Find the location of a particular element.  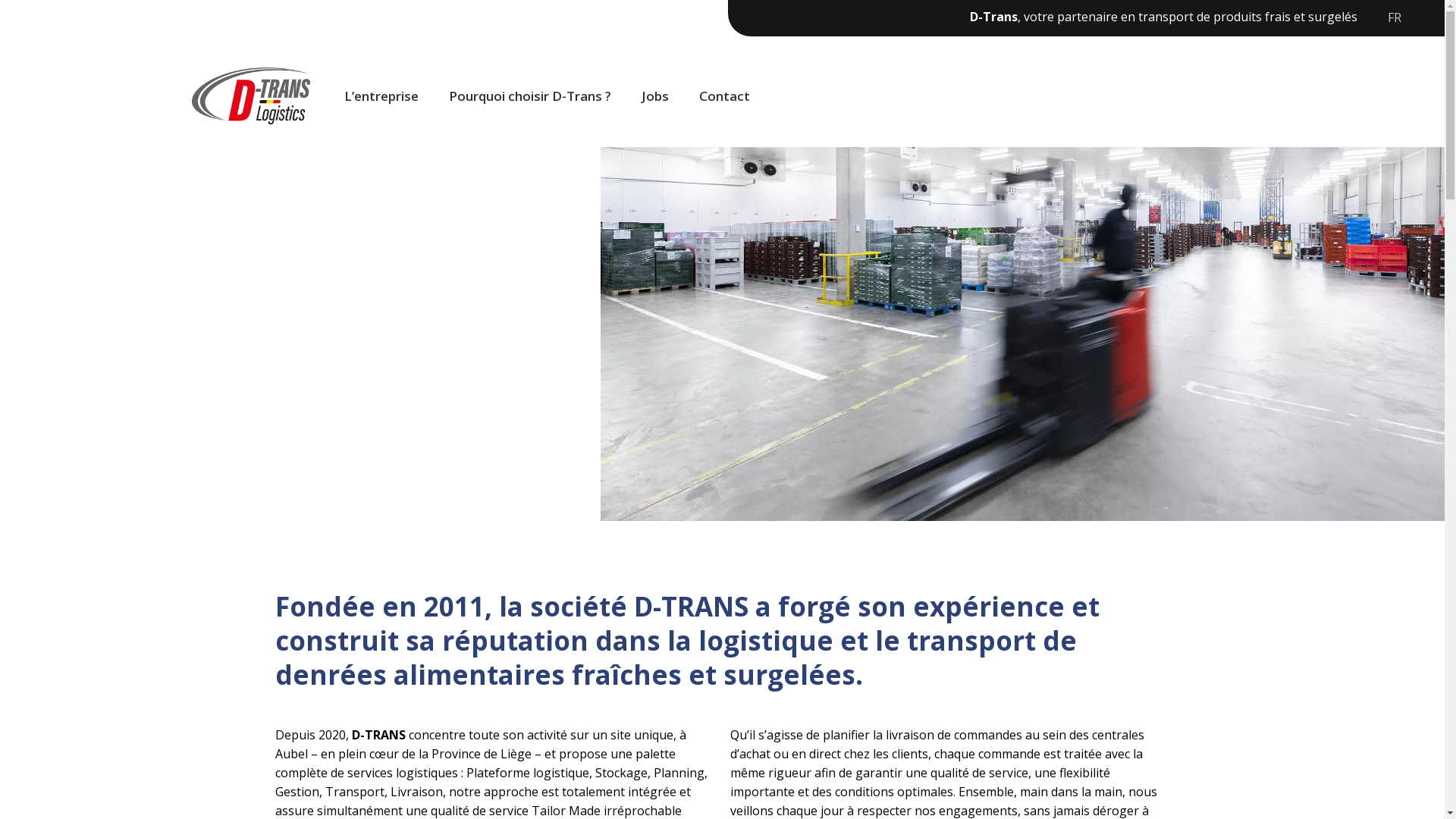

'Jobs' is located at coordinates (655, 96).